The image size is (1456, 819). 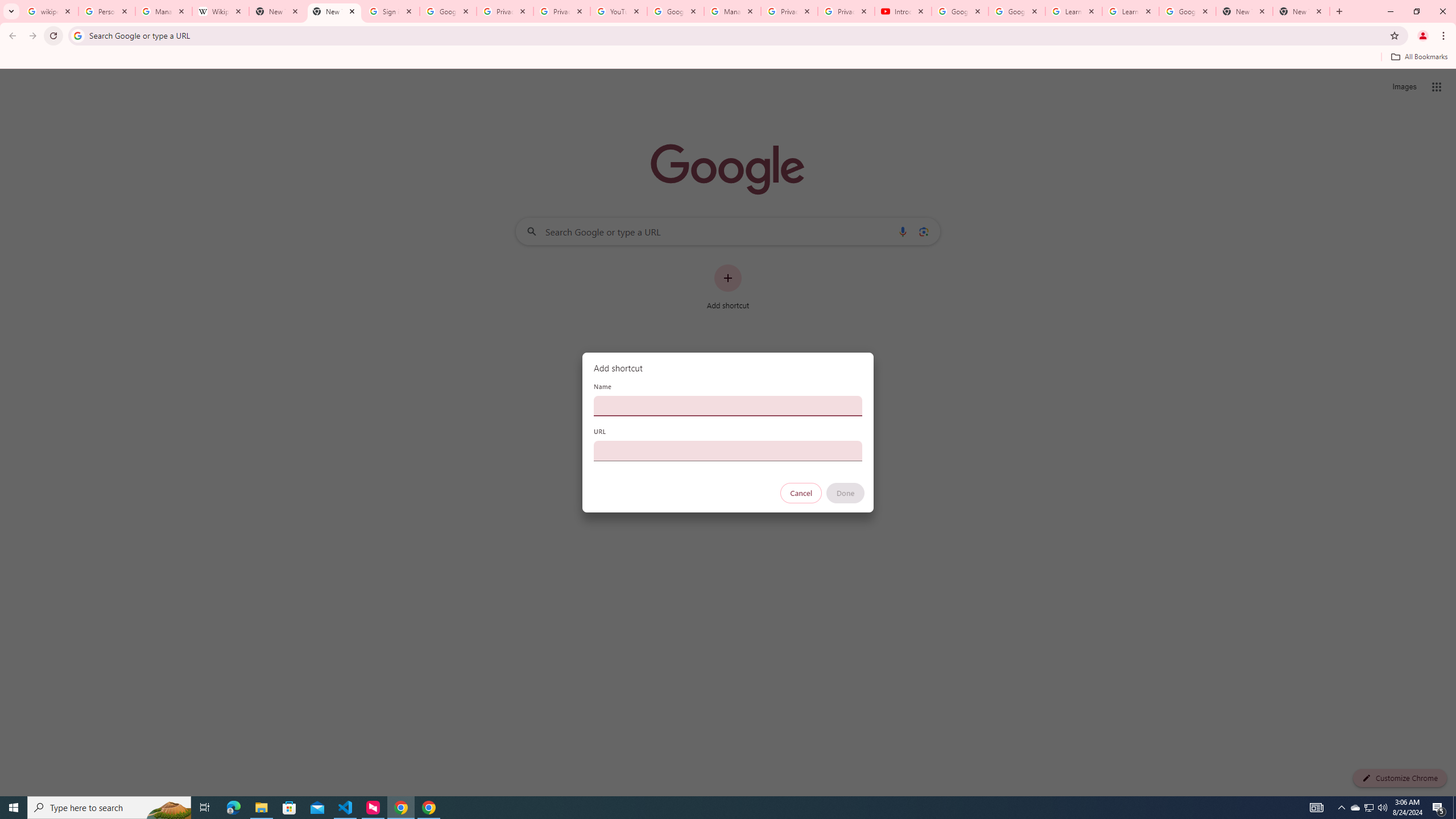 What do you see at coordinates (1244, 11) in the screenshot?
I see `'New Tab'` at bounding box center [1244, 11].